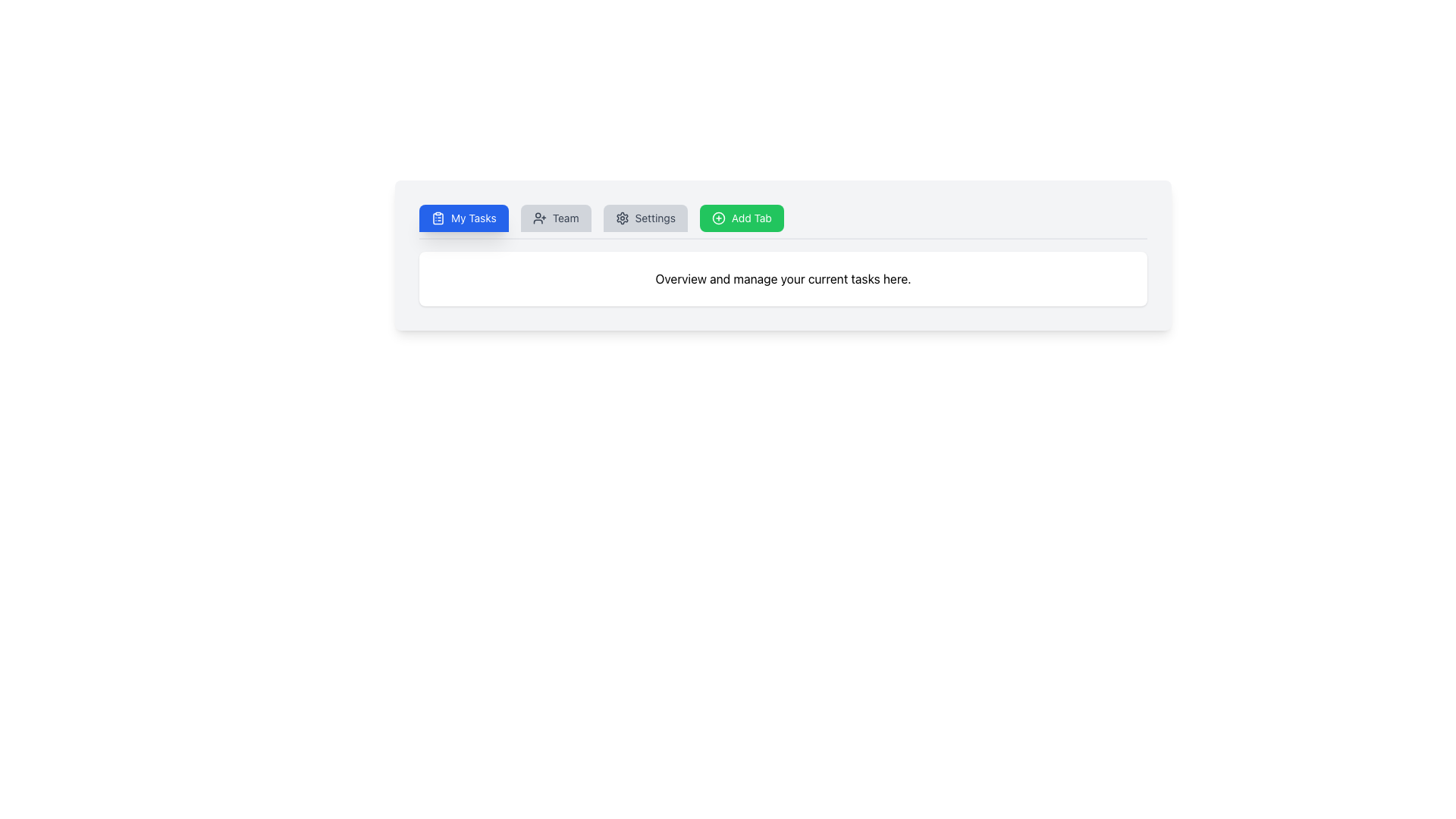 This screenshot has height=819, width=1456. What do you see at coordinates (565, 218) in the screenshot?
I see `the 'Team' text label located in the top navigation bar, positioned to the right of the user icon and between the 'My Tasks' and 'Settings' buttons` at bounding box center [565, 218].